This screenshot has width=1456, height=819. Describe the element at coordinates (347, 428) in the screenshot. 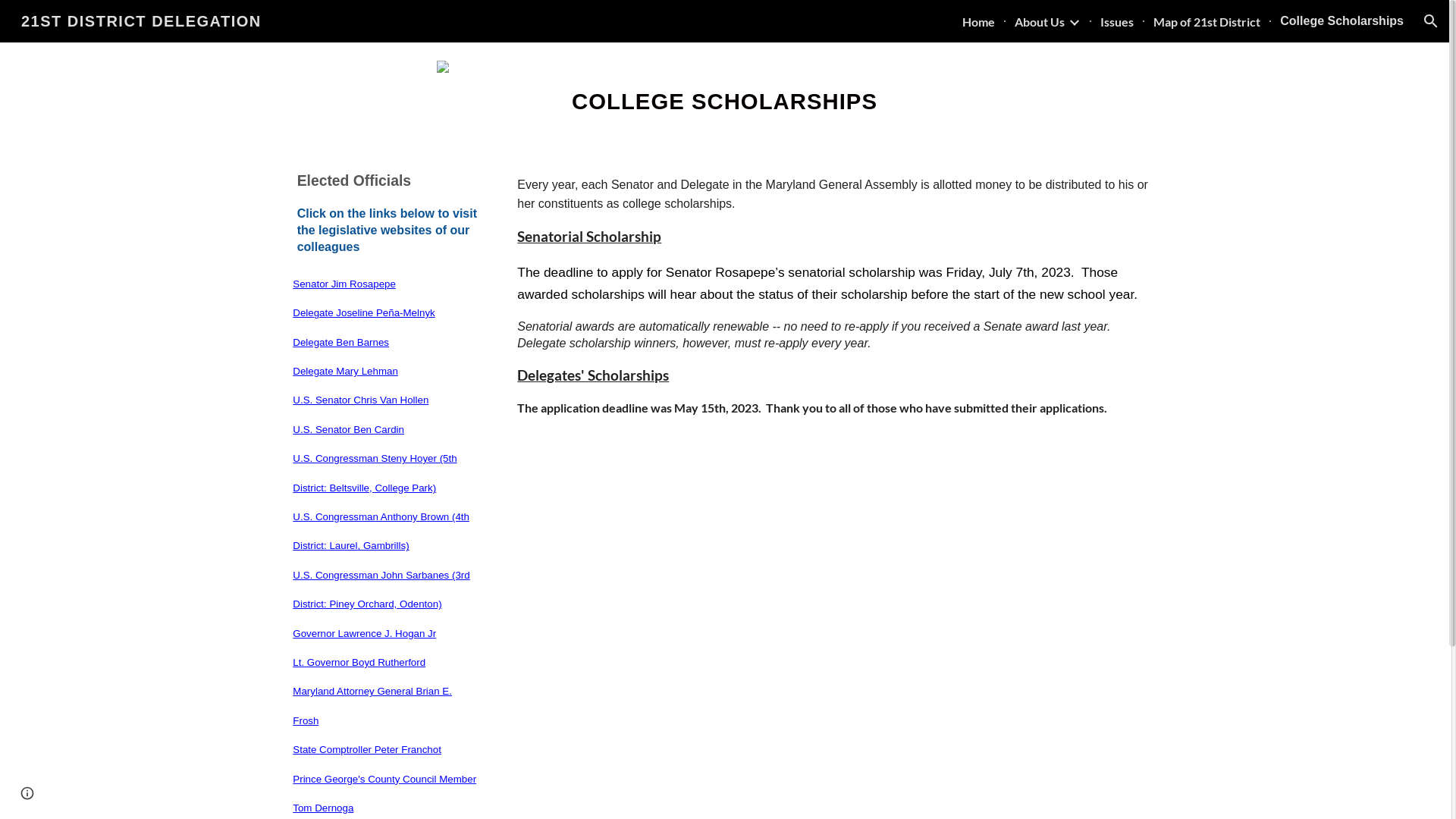

I see `'U.S. Senator Ben Cardin'` at that location.